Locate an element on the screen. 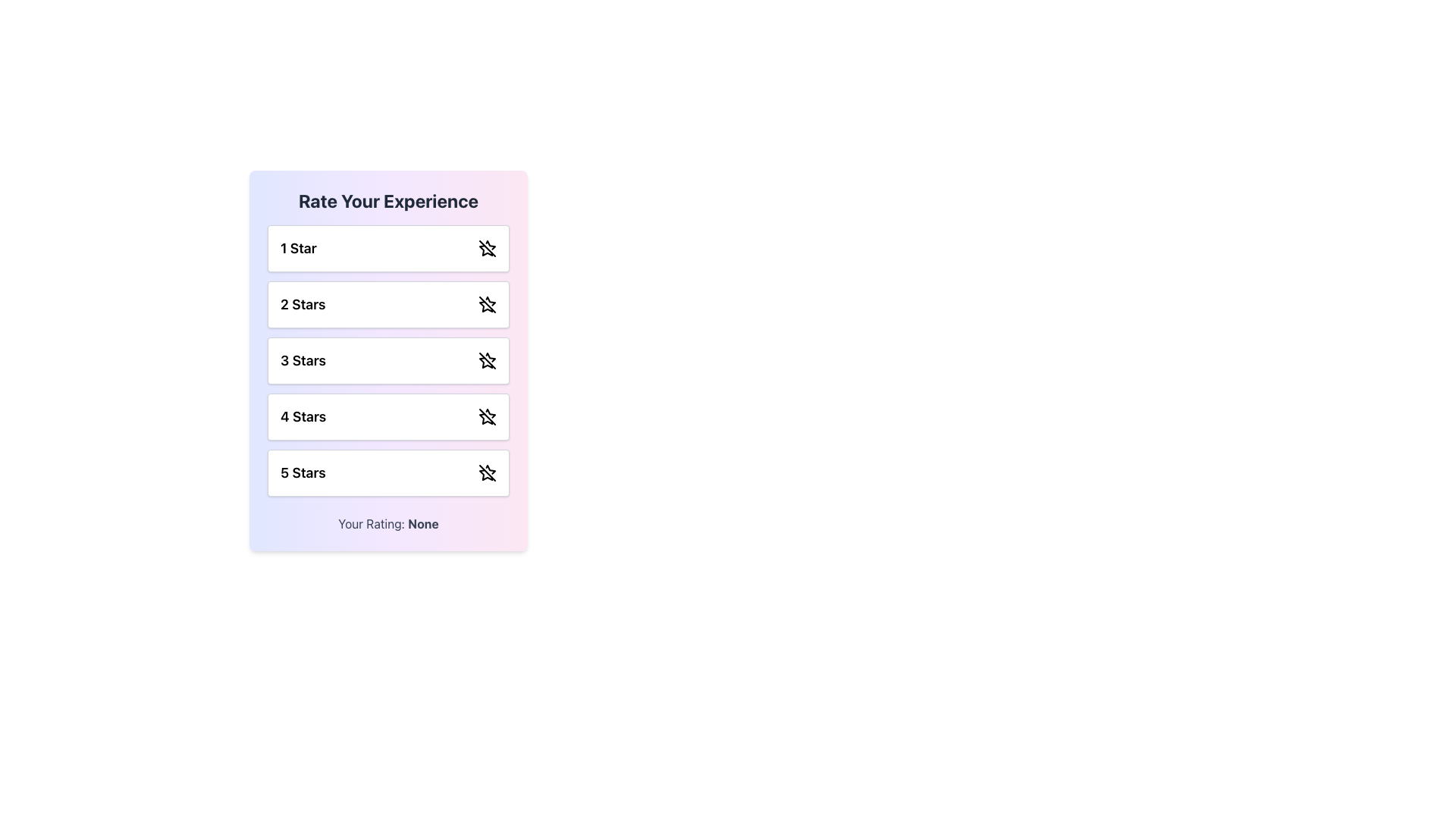  the '1 Star' rating button located at the top of the vertical list under 'Rate Your Experience' to observe the scaling effect is located at coordinates (388, 247).